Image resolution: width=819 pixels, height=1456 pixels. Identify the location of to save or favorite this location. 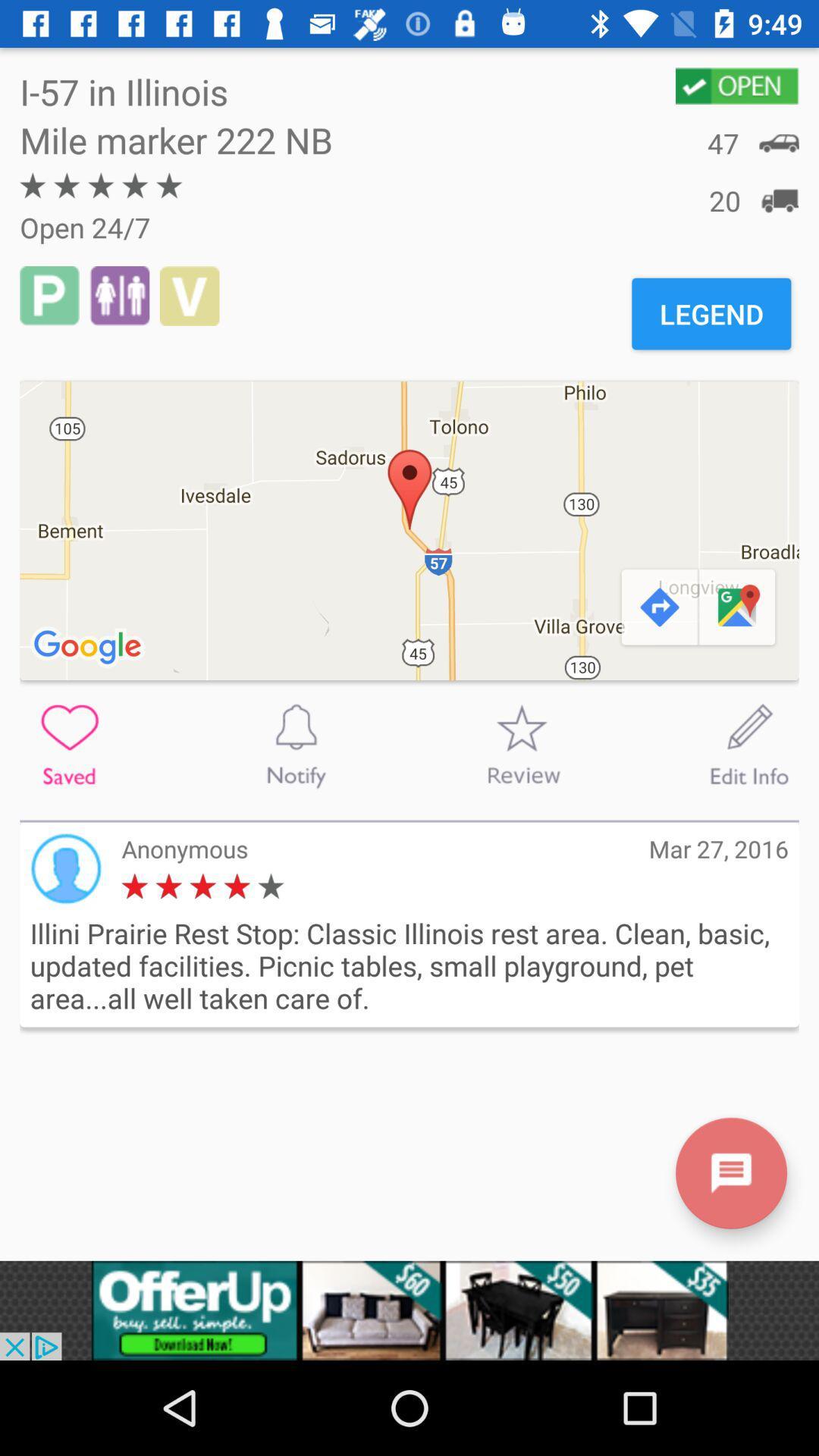
(69, 745).